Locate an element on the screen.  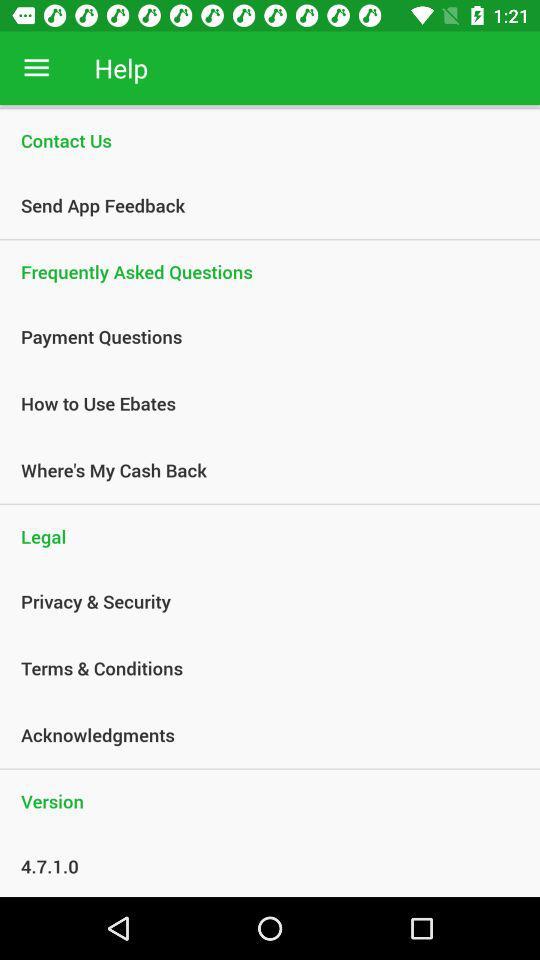
where s my is located at coordinates (259, 470).